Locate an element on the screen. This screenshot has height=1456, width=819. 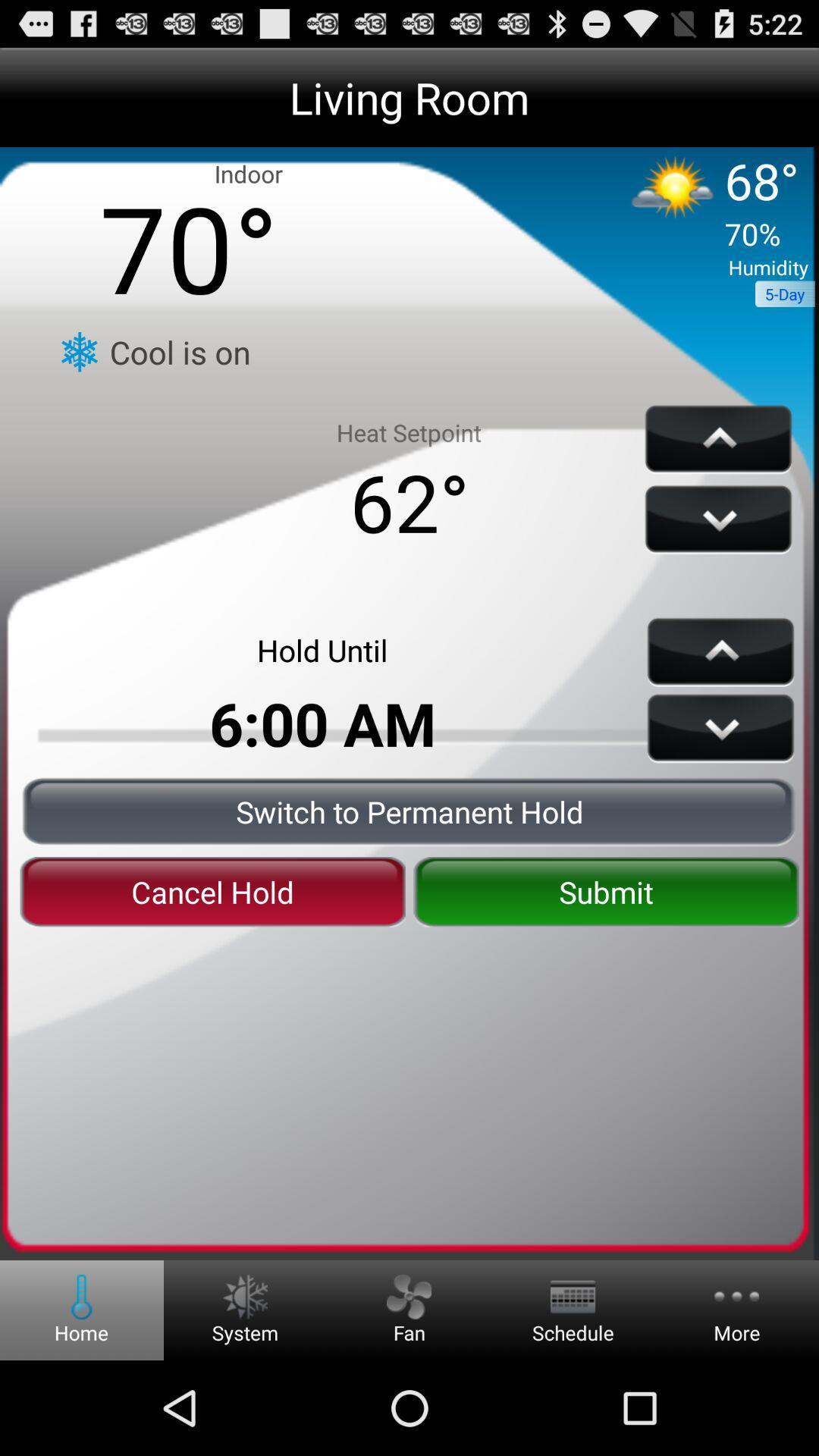
the icon on the left is located at coordinates (212, 892).